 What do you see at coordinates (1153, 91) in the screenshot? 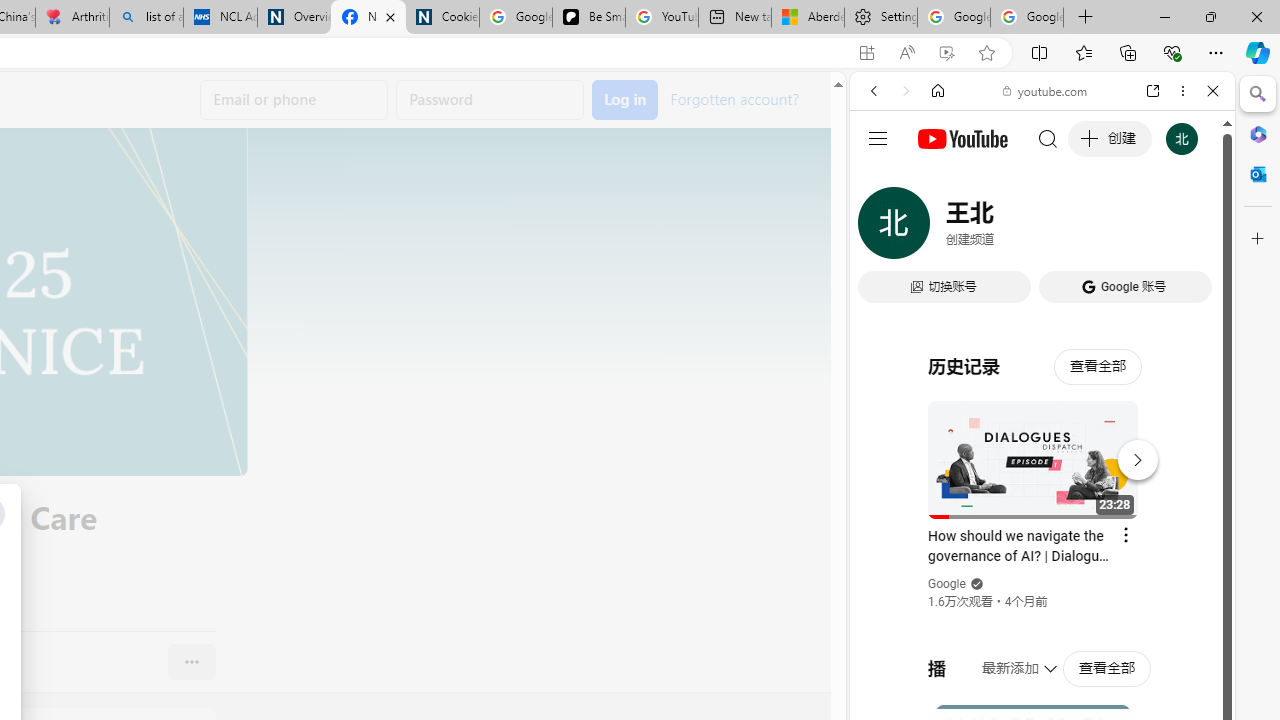
I see `'Open link in new tab'` at bounding box center [1153, 91].